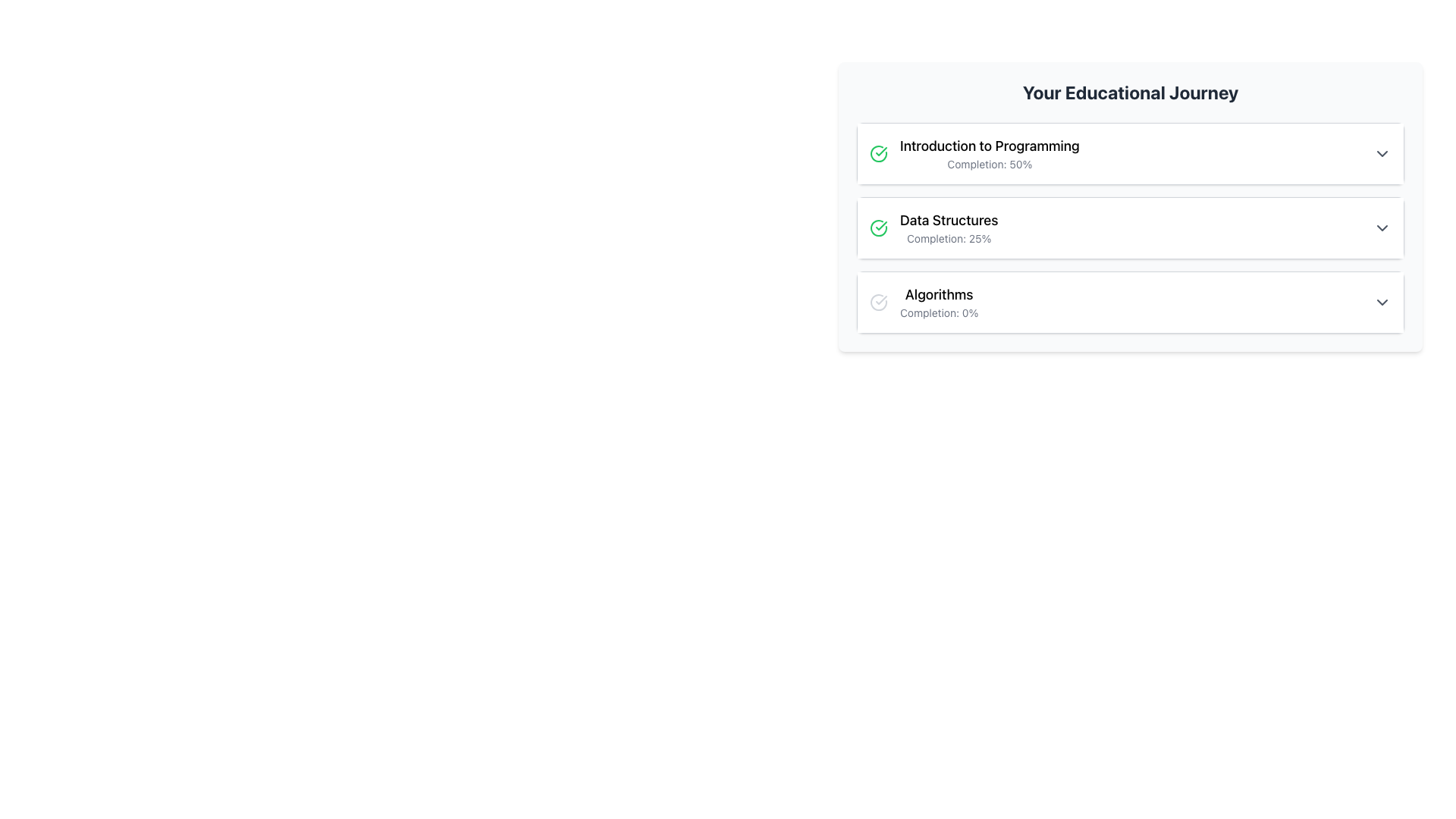 The image size is (1456, 819). What do you see at coordinates (878, 302) in the screenshot?
I see `small gray circle icon with a checkmark inside it, located to the left of the 'Algorithms' course title in the 'Your Educational Journey' interface` at bounding box center [878, 302].